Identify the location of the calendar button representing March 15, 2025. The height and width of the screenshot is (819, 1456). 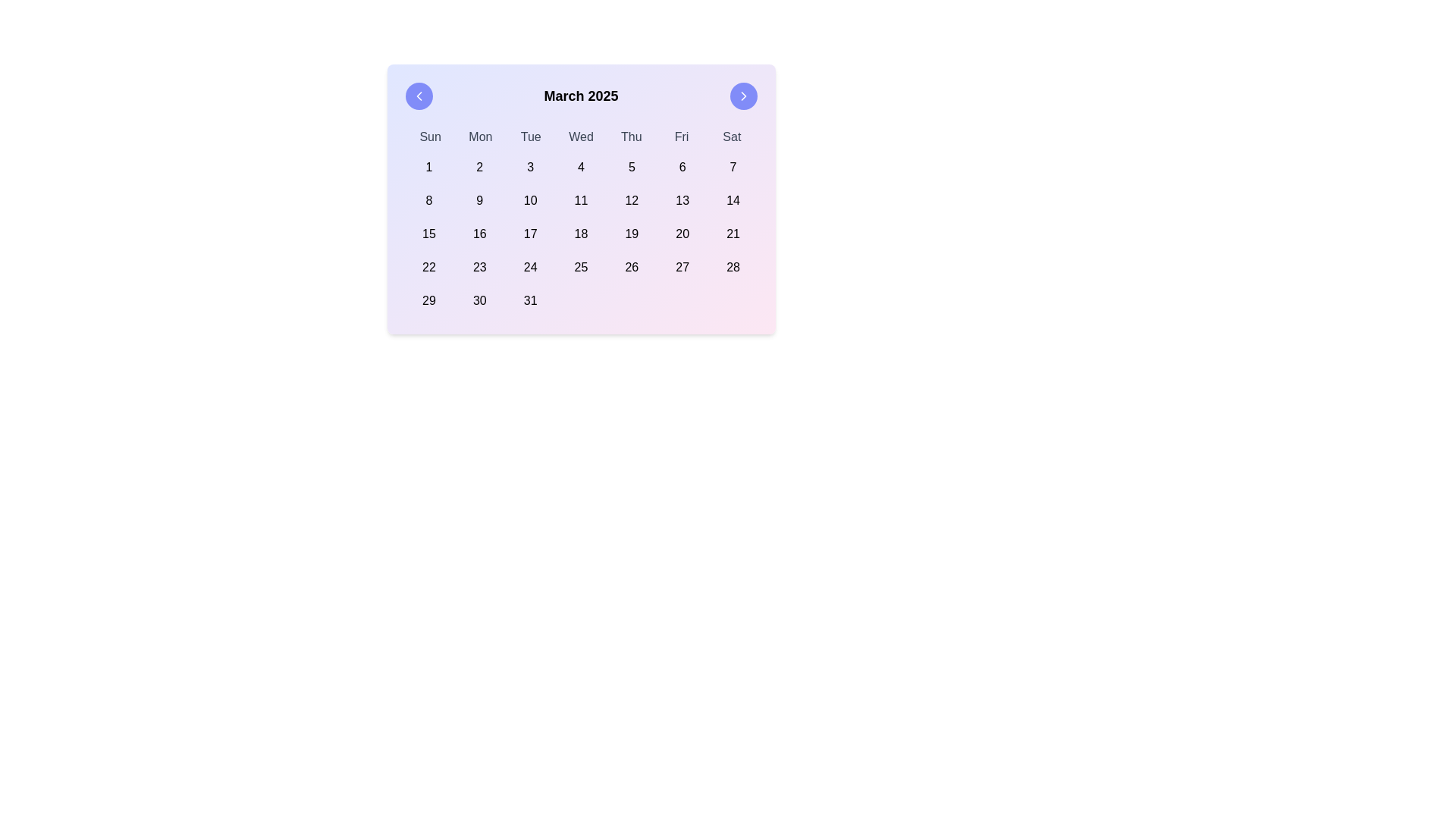
(428, 234).